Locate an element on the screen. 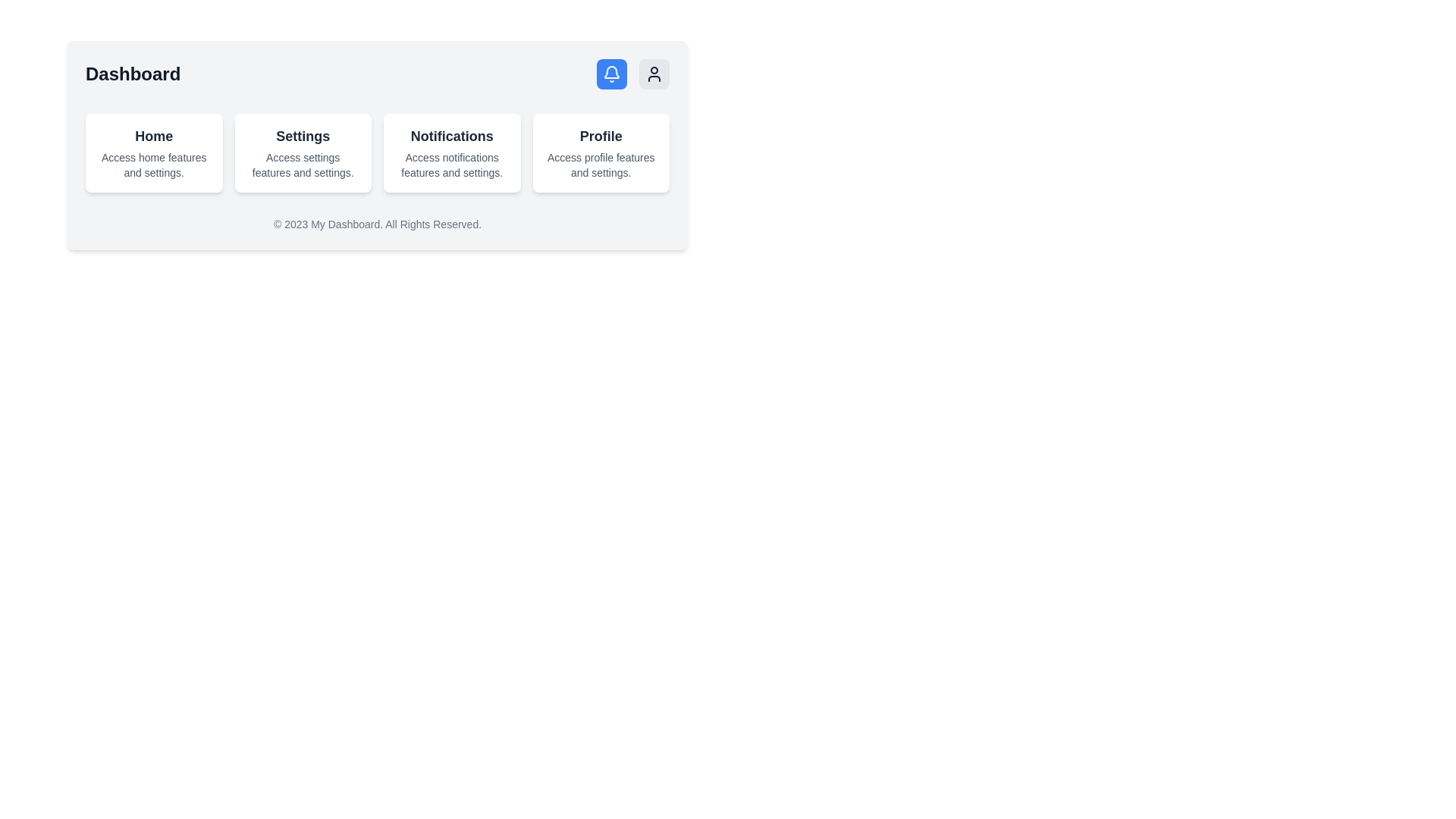 This screenshot has width=1456, height=819. footer text that displays '© 2023 My Dashboard. All Rights Reserved.' located below the main content of the dashboard interface is located at coordinates (378, 224).